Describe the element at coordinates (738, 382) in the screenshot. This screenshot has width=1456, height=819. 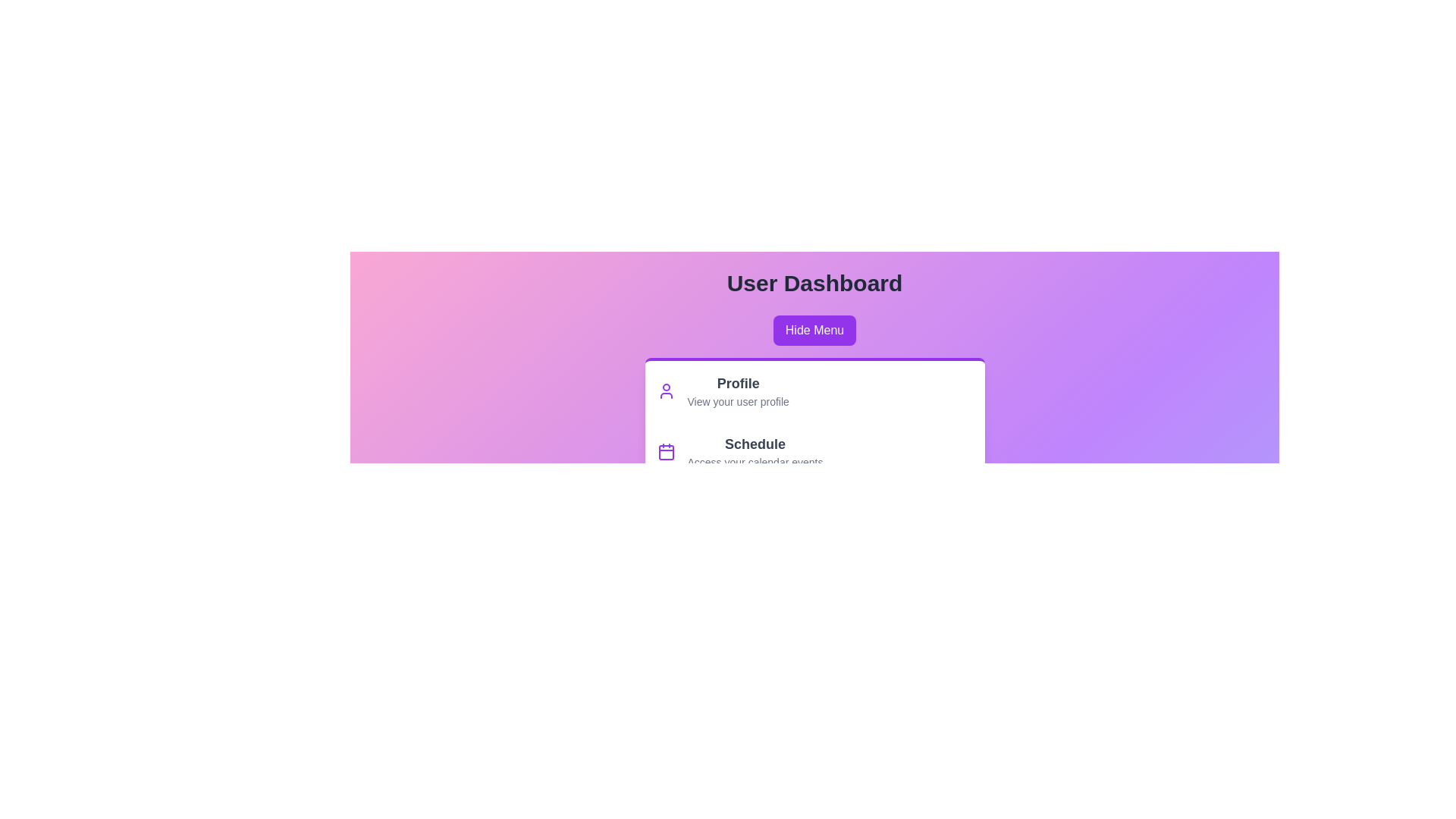
I see `the menu item Profile from the displayed options` at that location.